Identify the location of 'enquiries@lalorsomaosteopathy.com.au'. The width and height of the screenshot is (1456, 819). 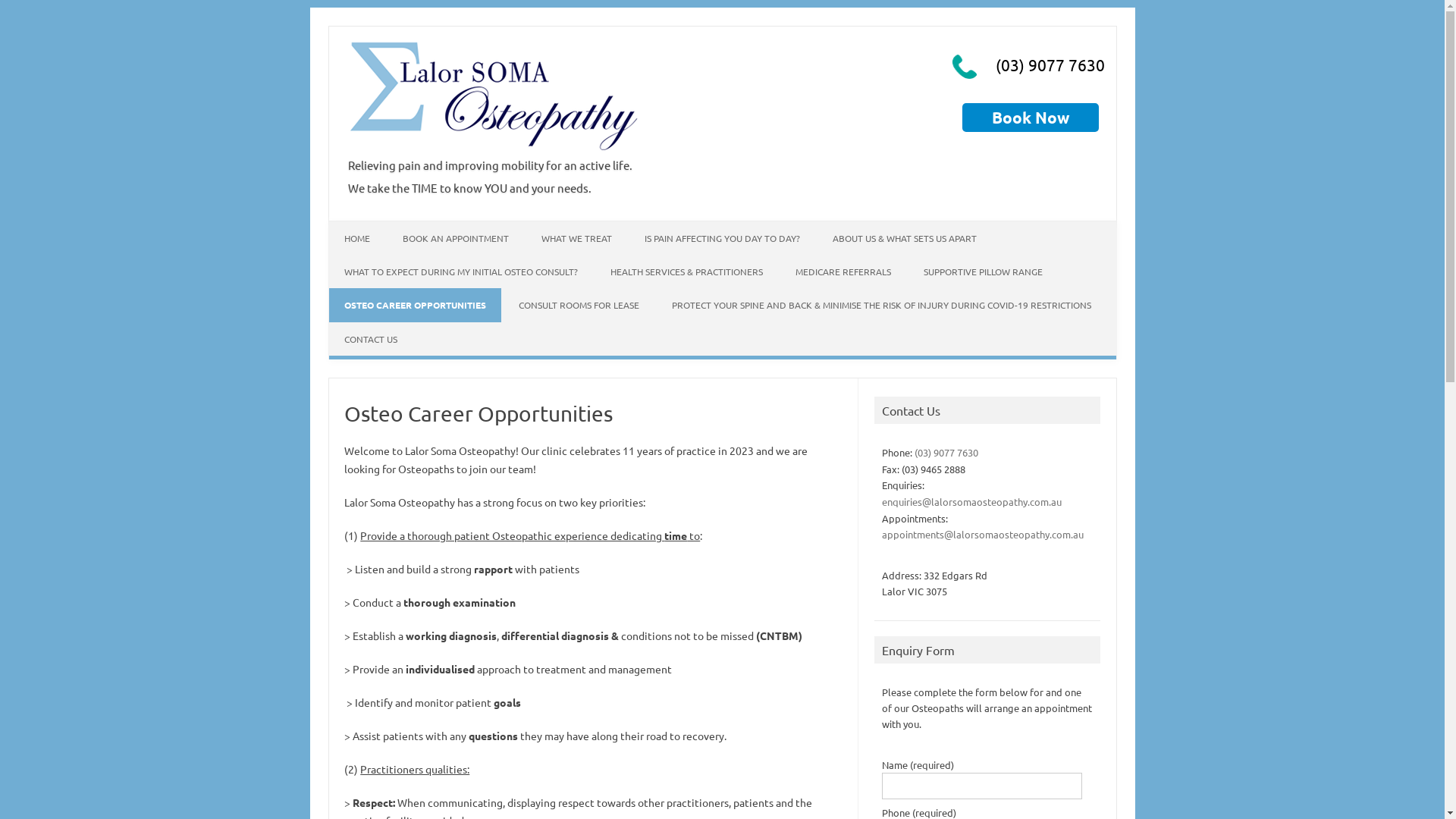
(971, 501).